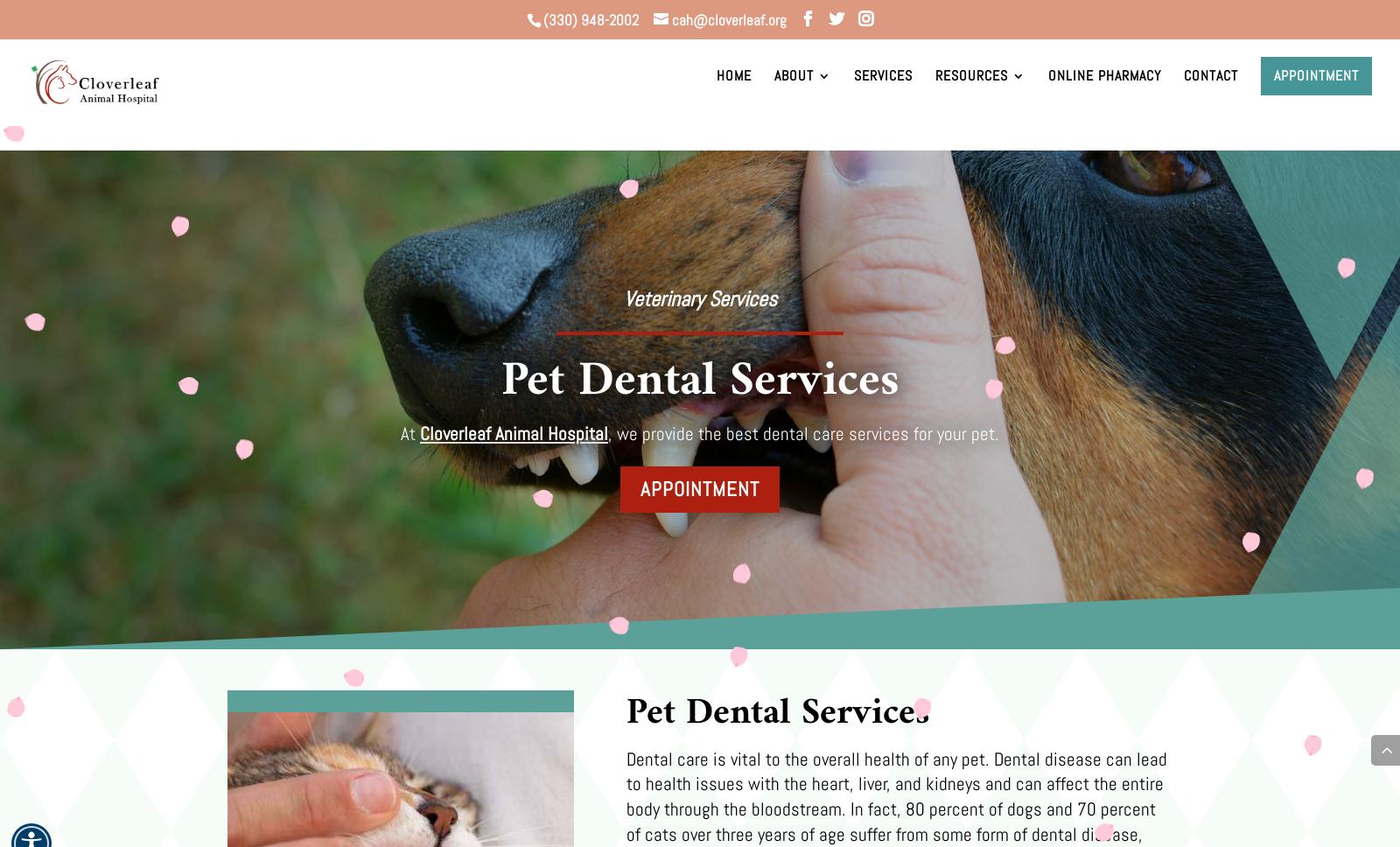 This screenshot has width=1400, height=847. I want to click on 'Cloverleaf Animal Hospital', so click(513, 433).